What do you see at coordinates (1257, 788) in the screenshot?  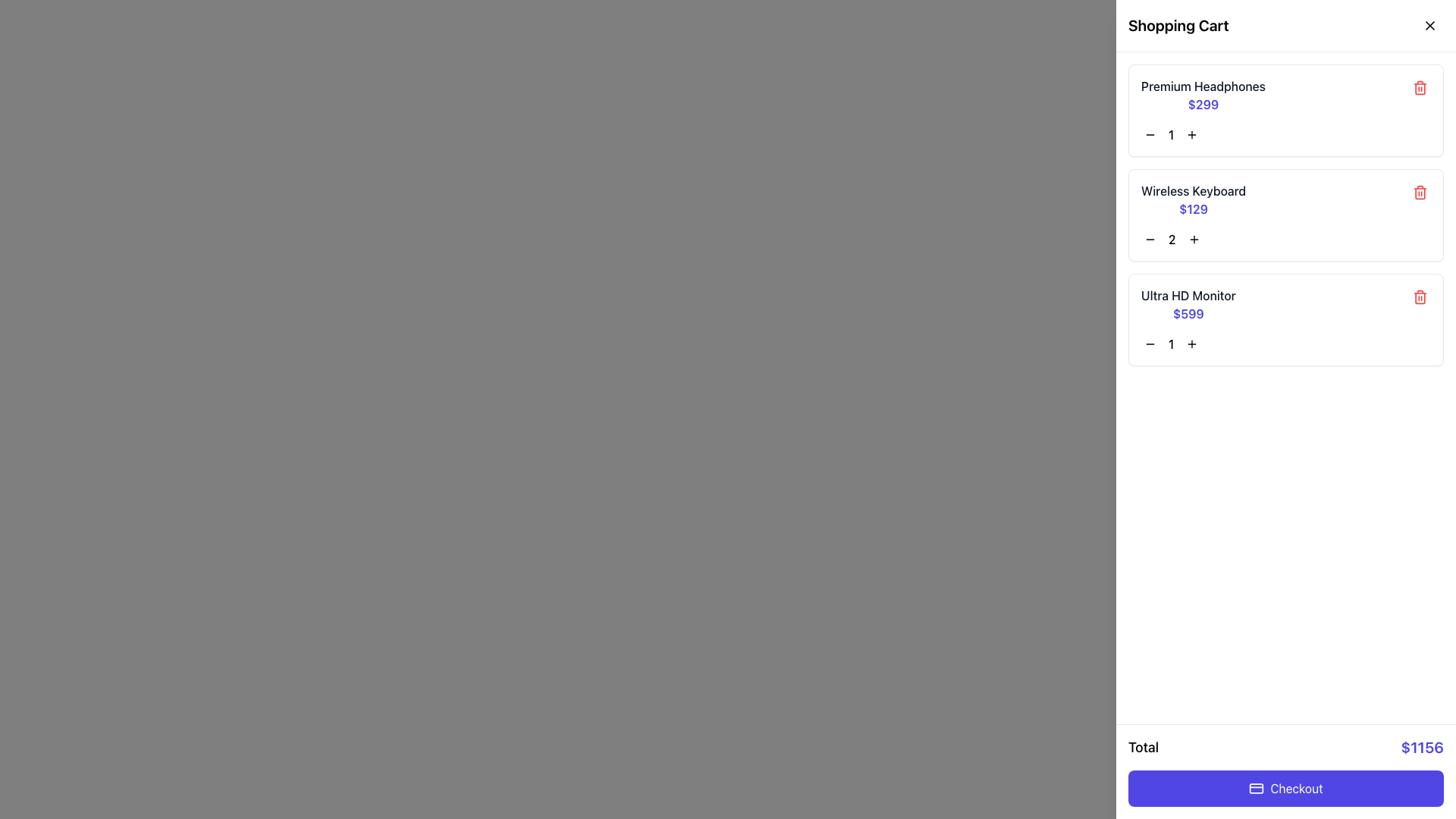 I see `the main larger rounded rectangle that forms the body of the credit card icon, located to the left of the 'Checkout' text on the purple button at the bottom-right of the interface` at bounding box center [1257, 788].